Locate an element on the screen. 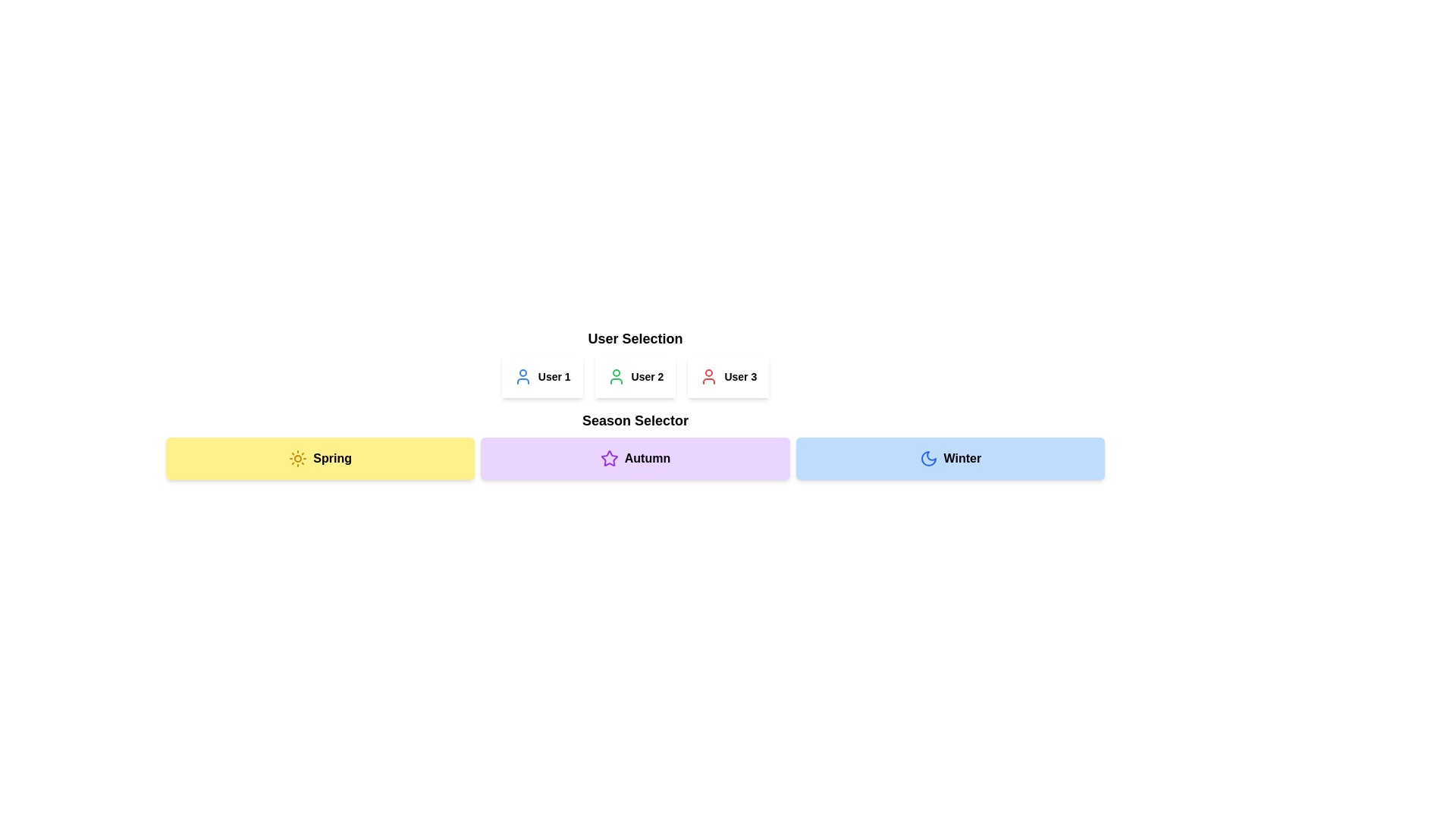 This screenshot has height=819, width=1456. the green user icon styled within a circle, representing 'User 2', located to the left of the text 'User 2' is located at coordinates (616, 376).